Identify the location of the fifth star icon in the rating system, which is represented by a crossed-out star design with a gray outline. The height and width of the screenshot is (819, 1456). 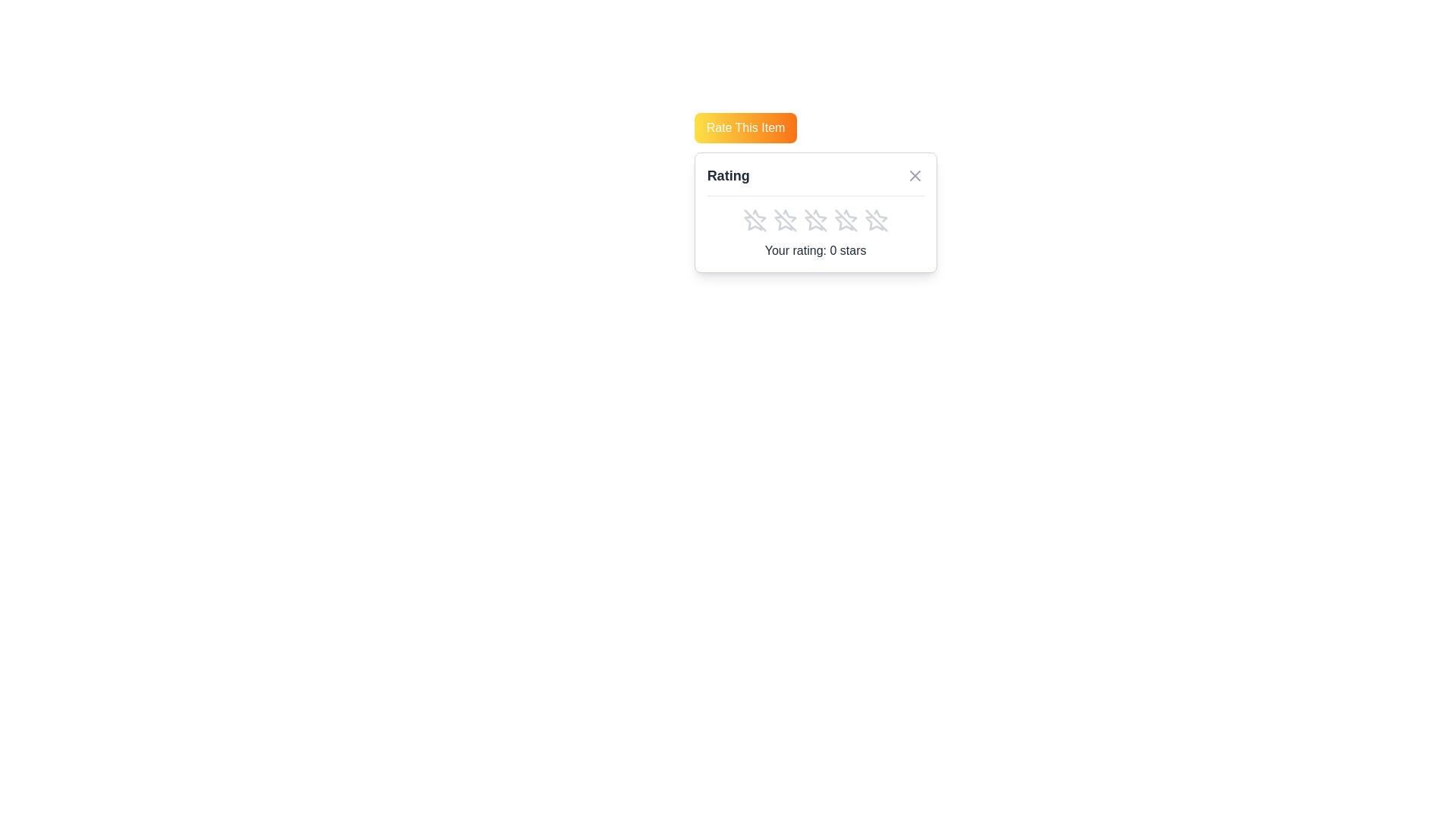
(876, 220).